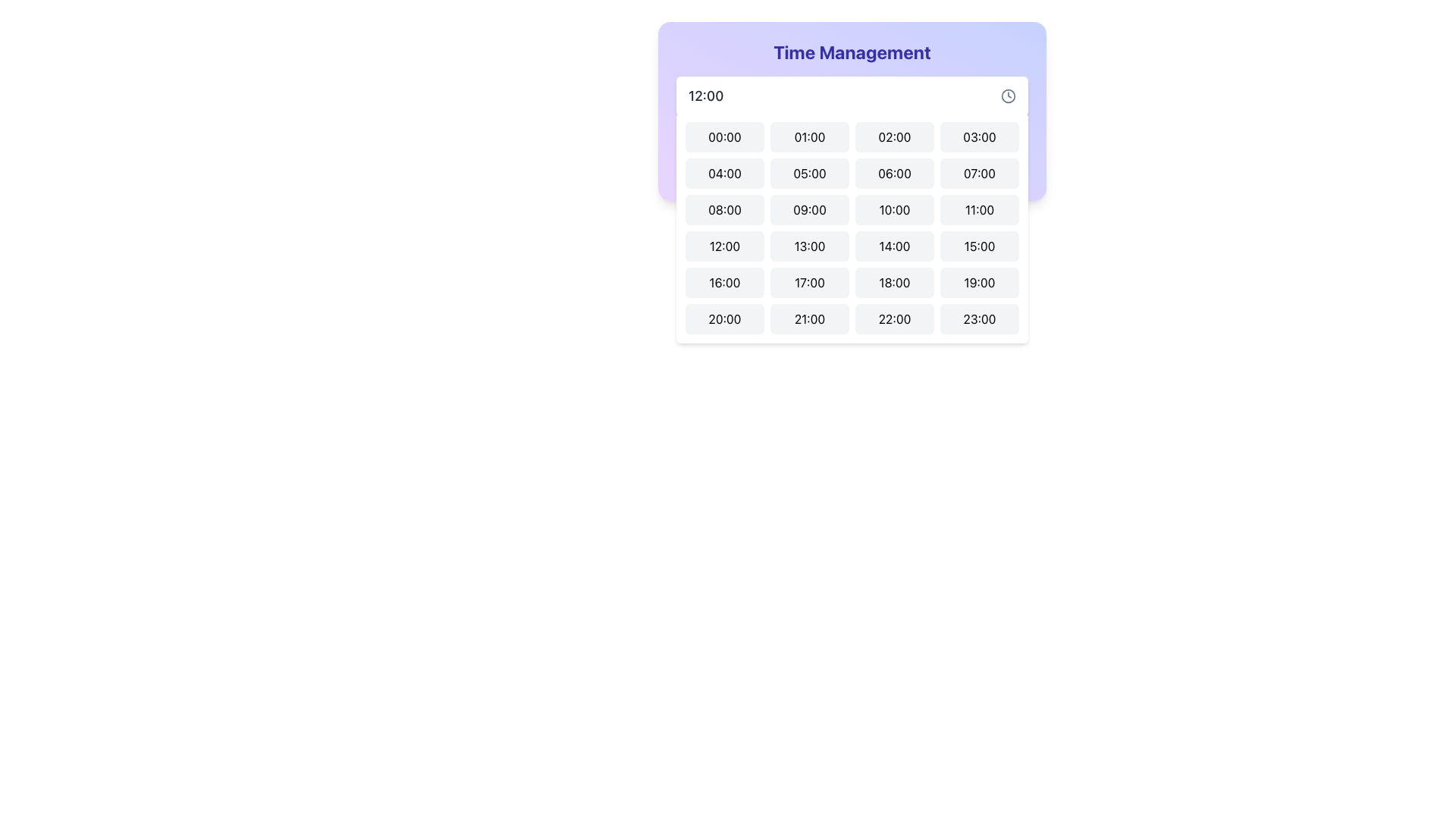 This screenshot has width=1456, height=819. What do you see at coordinates (895, 172) in the screenshot?
I see `the rectangular button labeled '06:00' in the 'Time Management' drop-down panel` at bounding box center [895, 172].